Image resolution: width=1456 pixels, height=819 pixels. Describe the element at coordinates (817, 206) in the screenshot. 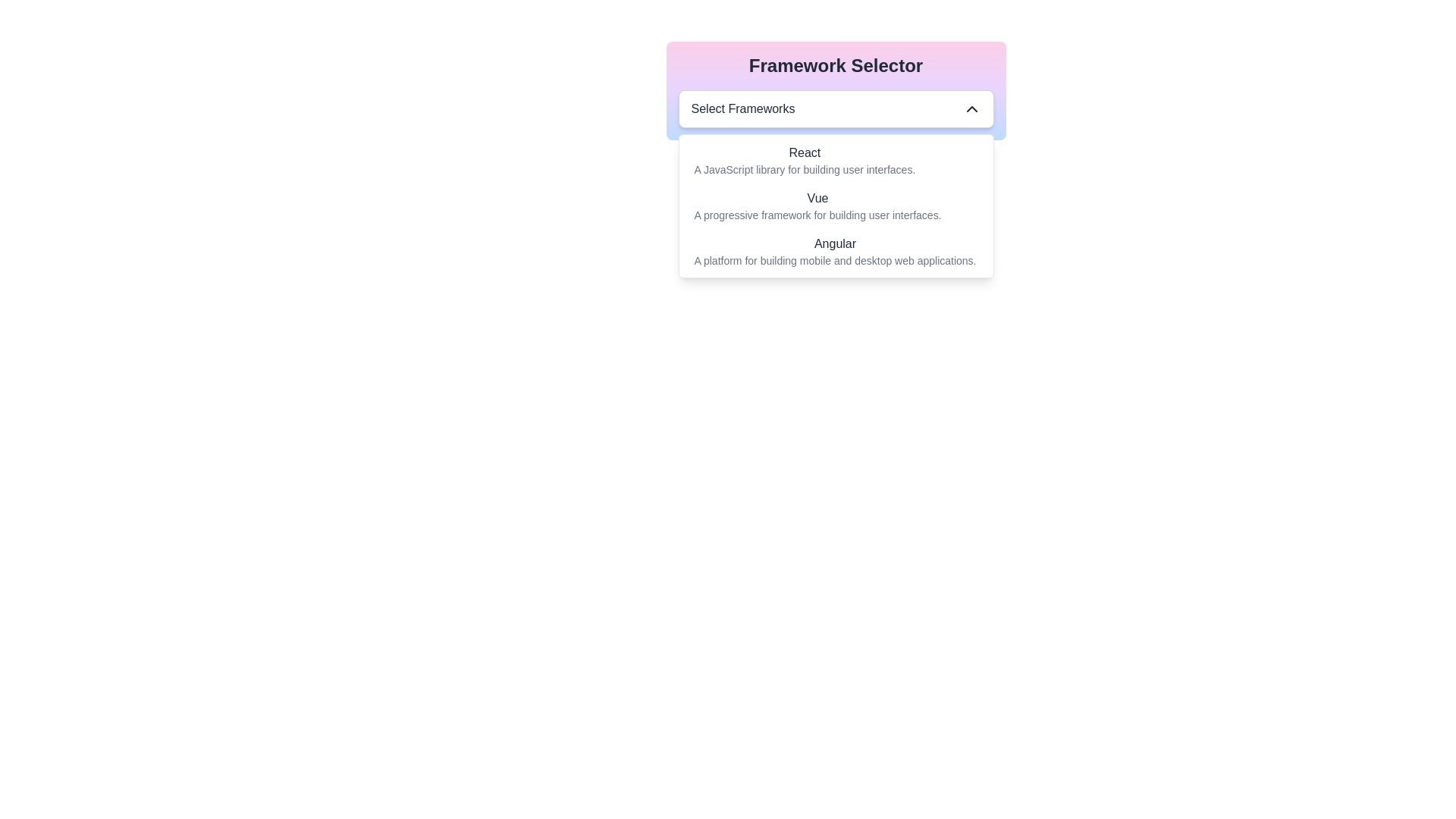

I see `the selectable list item containing the text 'Vue' in the 'Framework Selector' drop-down list` at that location.